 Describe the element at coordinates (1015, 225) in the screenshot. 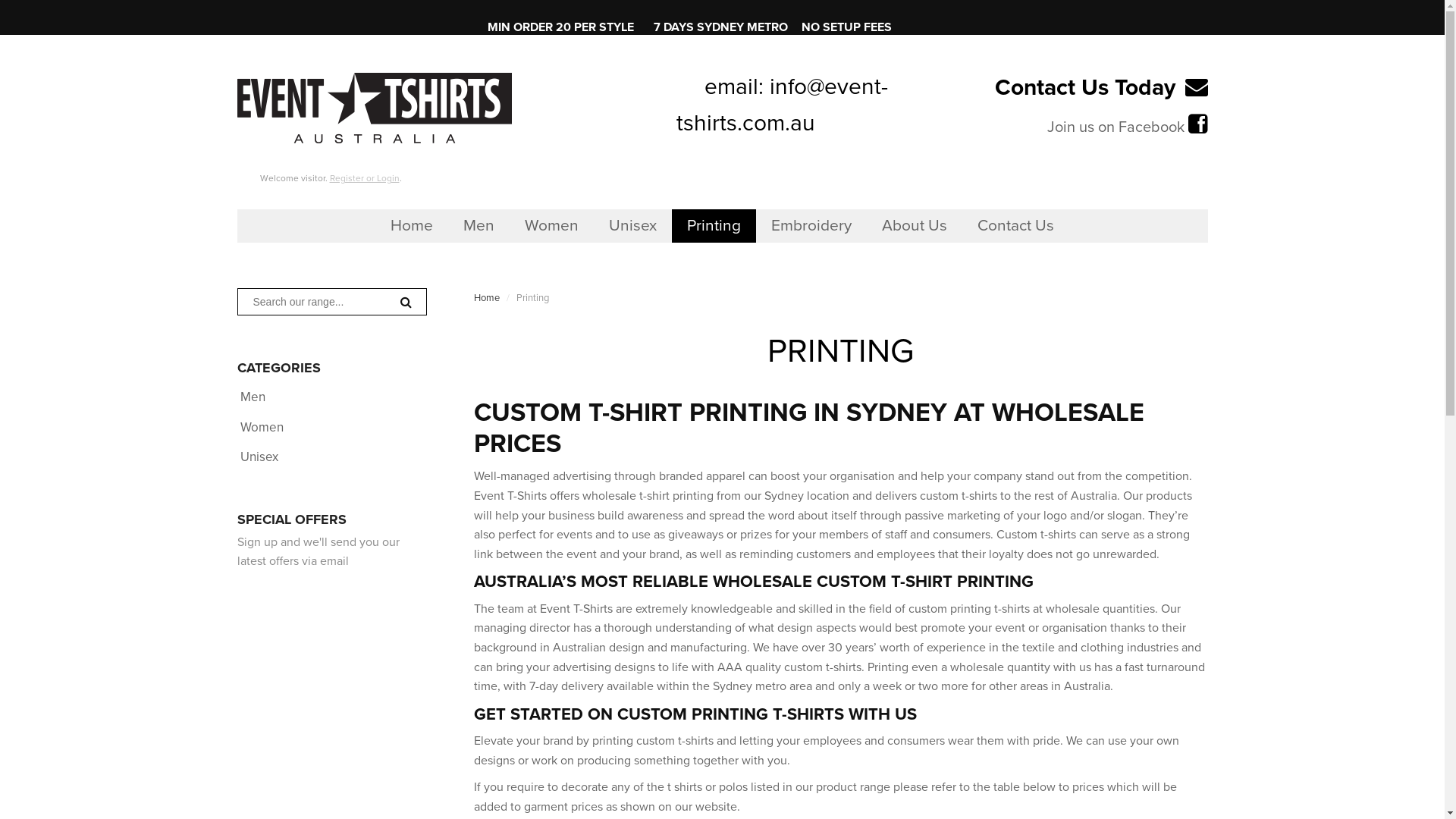

I see `'Contact Us'` at that location.